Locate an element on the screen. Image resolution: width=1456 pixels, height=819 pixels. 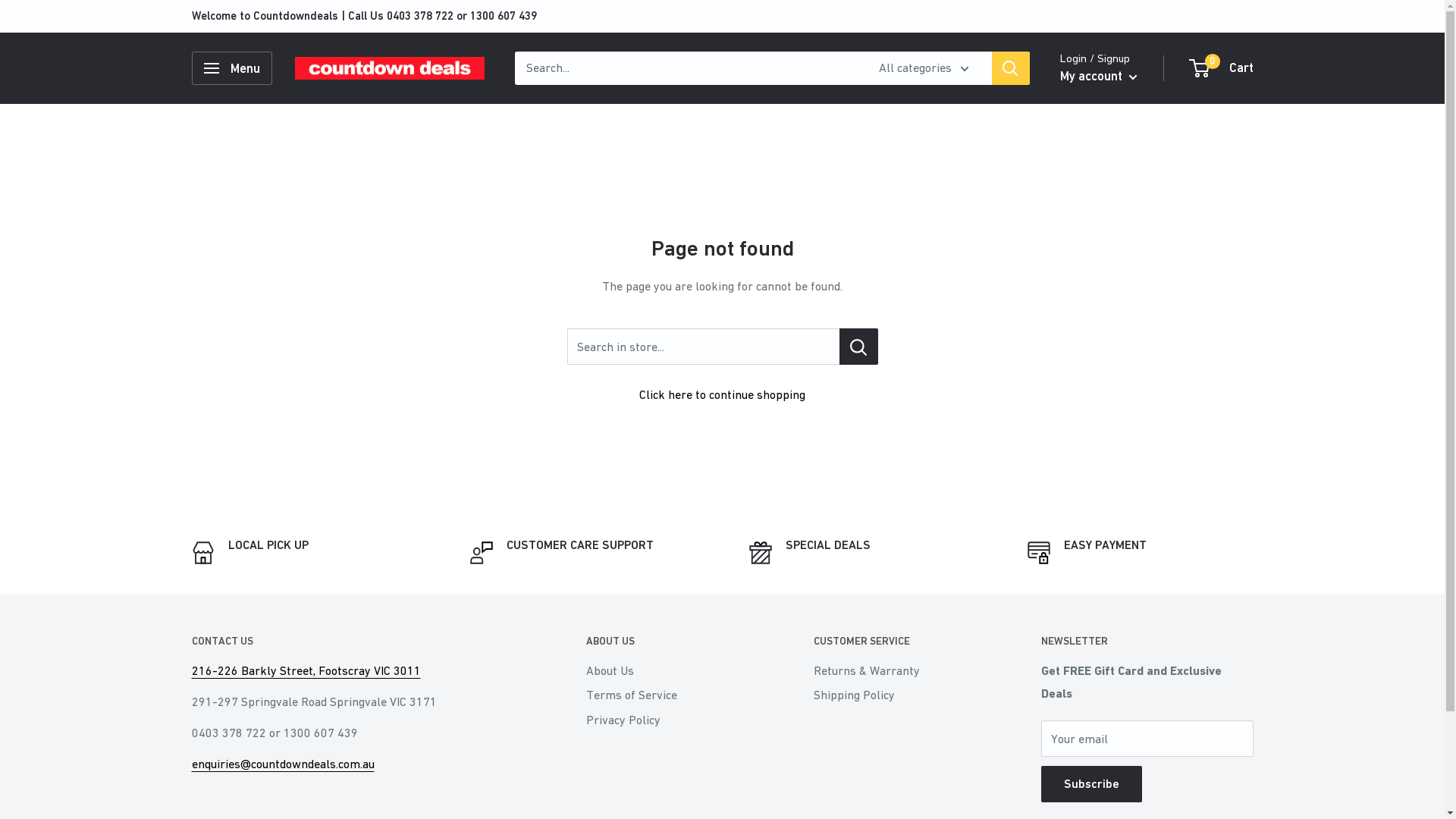
'Menu' is located at coordinates (190, 67).